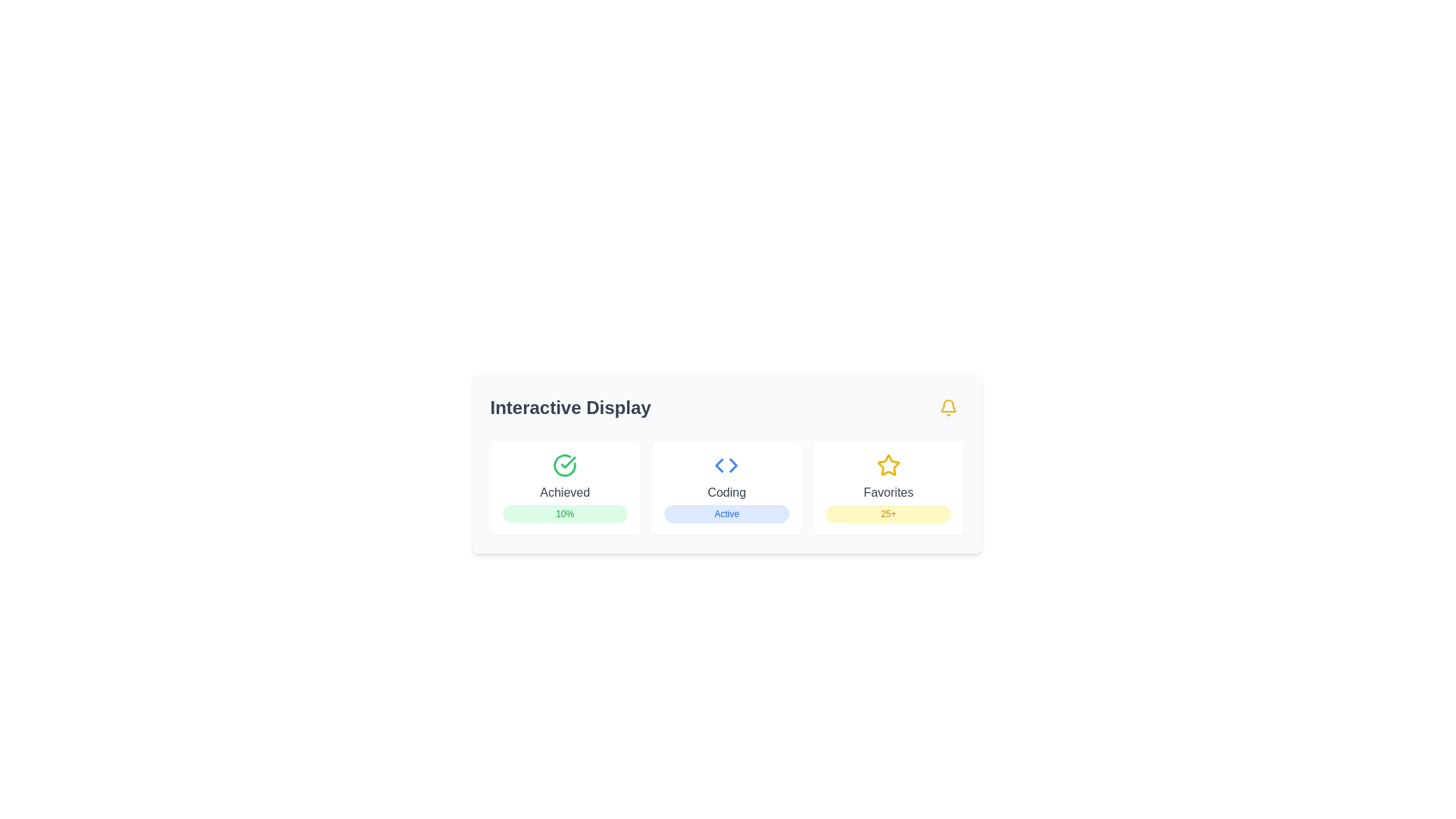  What do you see at coordinates (570, 406) in the screenshot?
I see `text content of the prominent label displaying 'Interactive Display', which is styled in larger bold dark gray font at the top-left corner of the card interface` at bounding box center [570, 406].